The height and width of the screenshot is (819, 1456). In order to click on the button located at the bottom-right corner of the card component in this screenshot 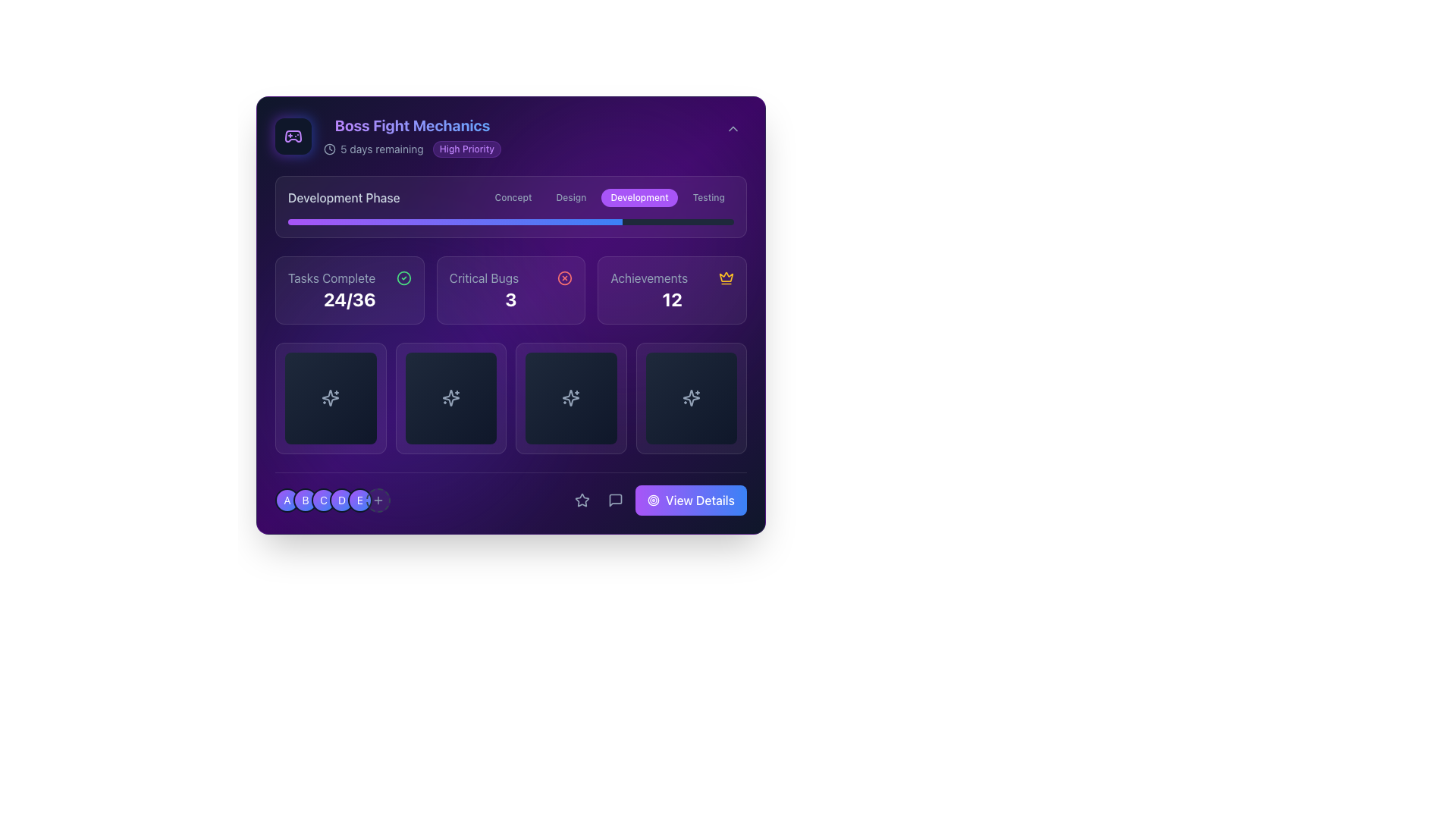, I will do `click(657, 500)`.